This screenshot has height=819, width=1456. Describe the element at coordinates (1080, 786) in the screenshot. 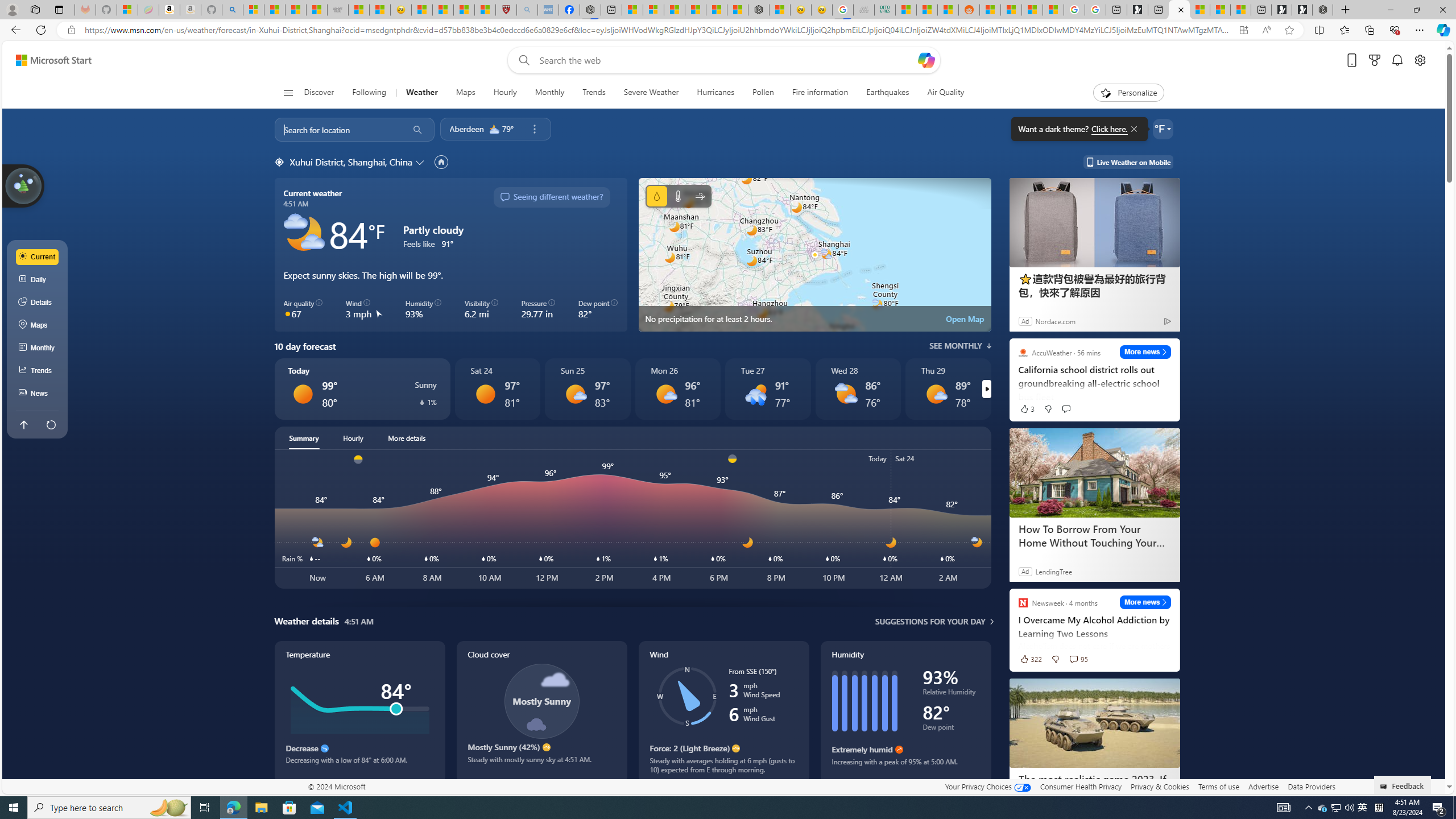

I see `'Consumer Health Privacy'` at that location.